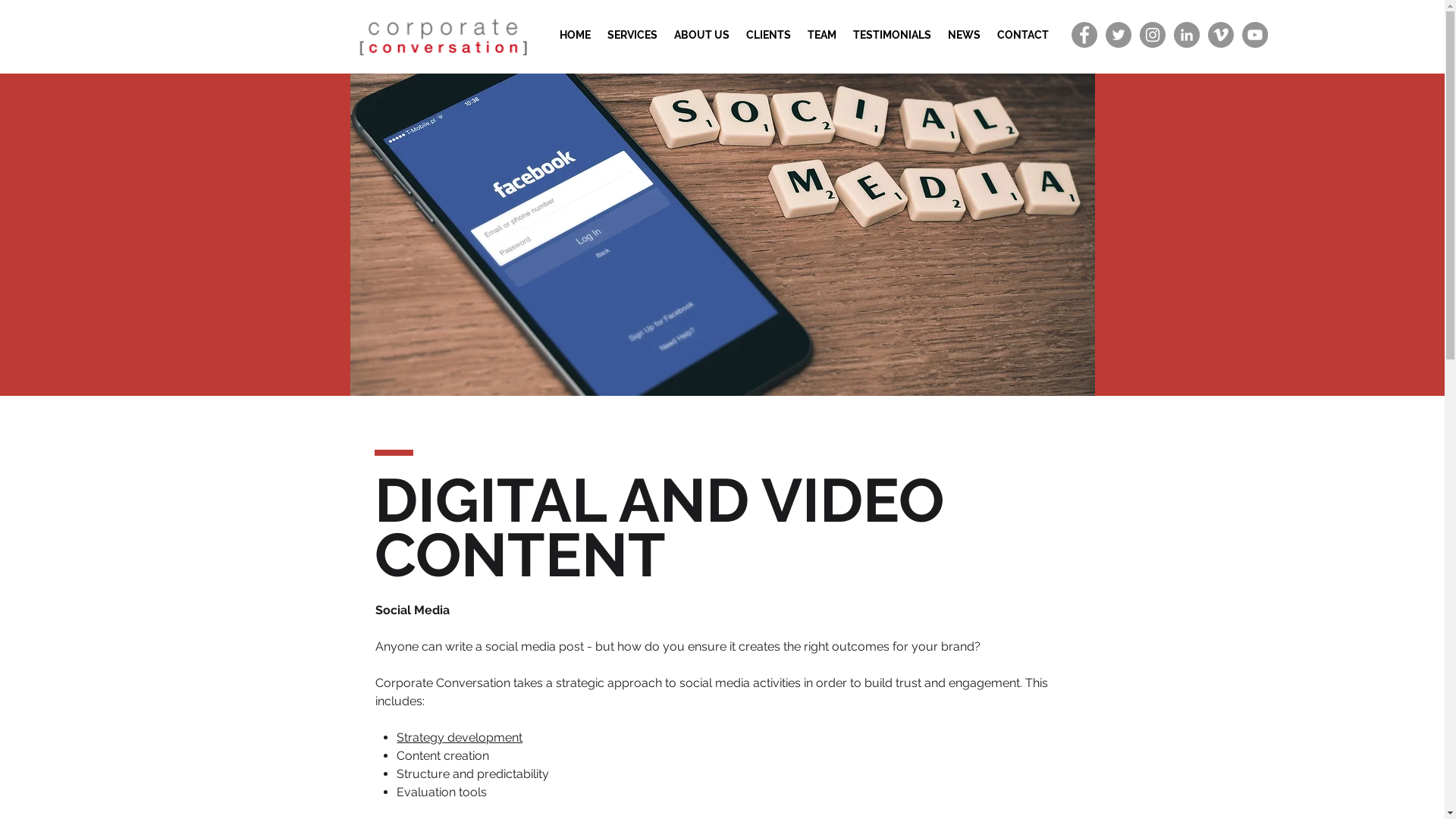  I want to click on 'NEWS', so click(962, 34).